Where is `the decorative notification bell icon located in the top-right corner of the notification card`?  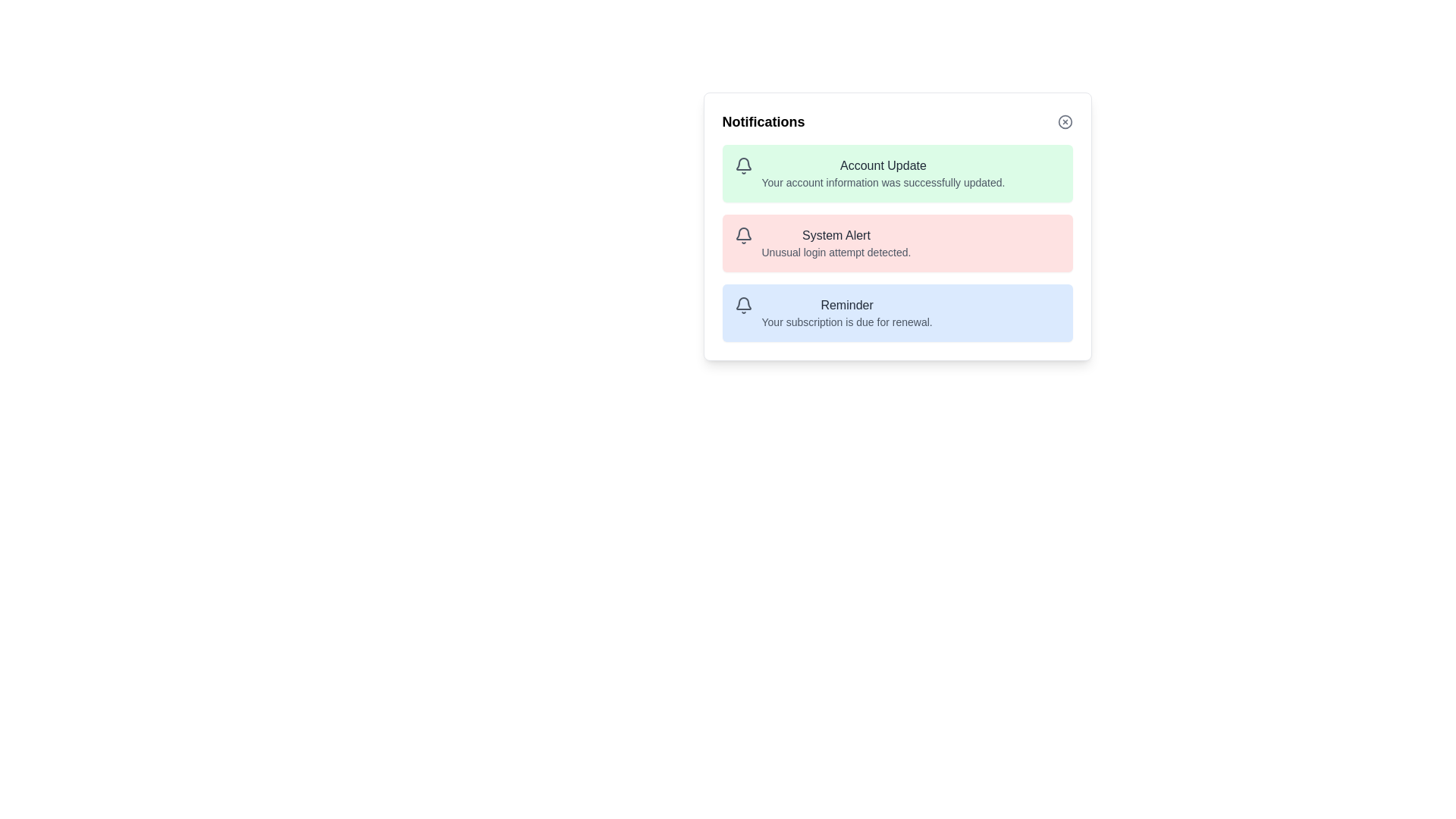
the decorative notification bell icon located in the top-right corner of the notification card is located at coordinates (743, 164).